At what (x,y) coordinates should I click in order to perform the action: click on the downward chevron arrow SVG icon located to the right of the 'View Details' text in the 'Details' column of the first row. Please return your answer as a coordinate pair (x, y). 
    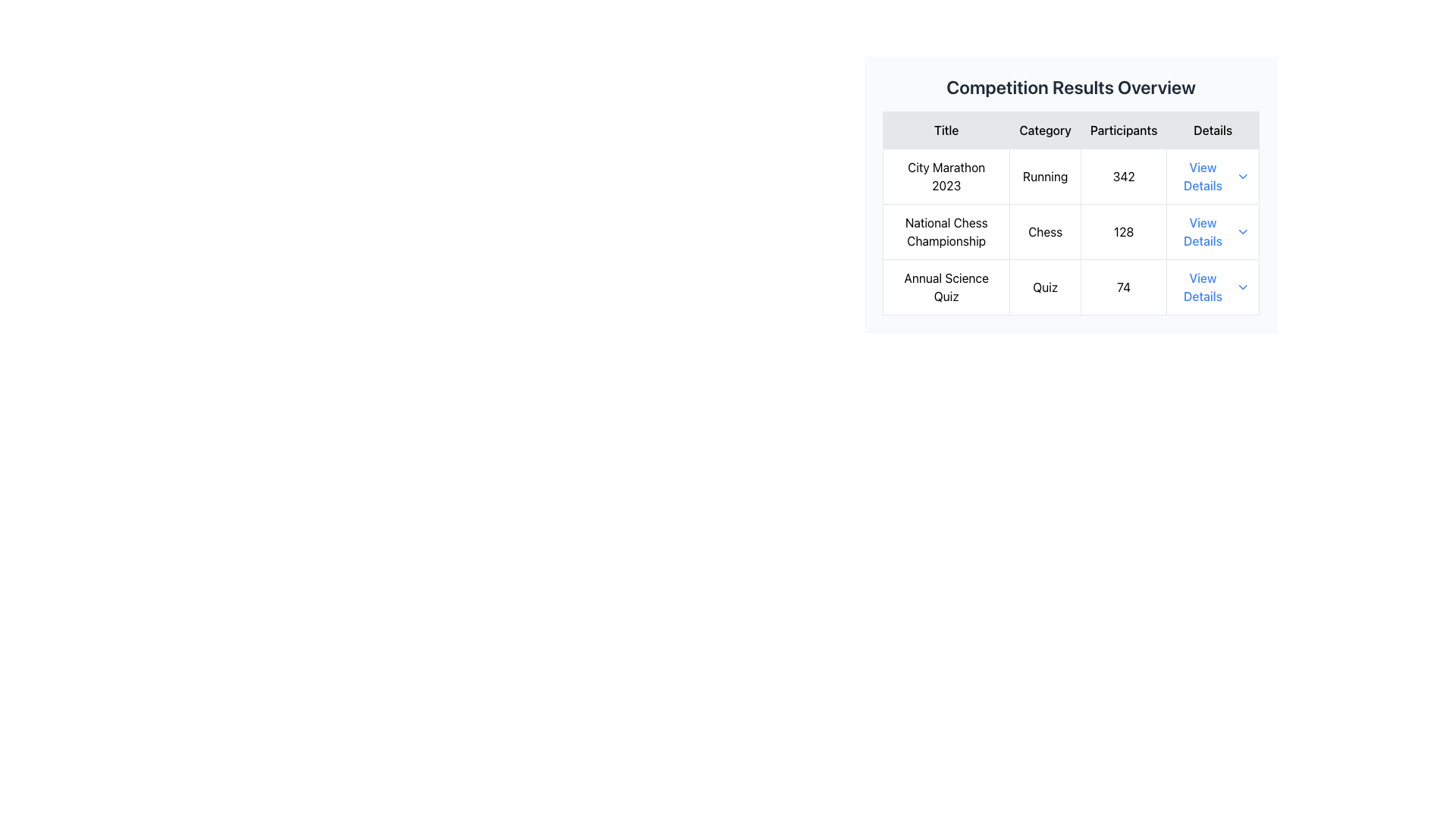
    Looking at the image, I should click on (1242, 175).